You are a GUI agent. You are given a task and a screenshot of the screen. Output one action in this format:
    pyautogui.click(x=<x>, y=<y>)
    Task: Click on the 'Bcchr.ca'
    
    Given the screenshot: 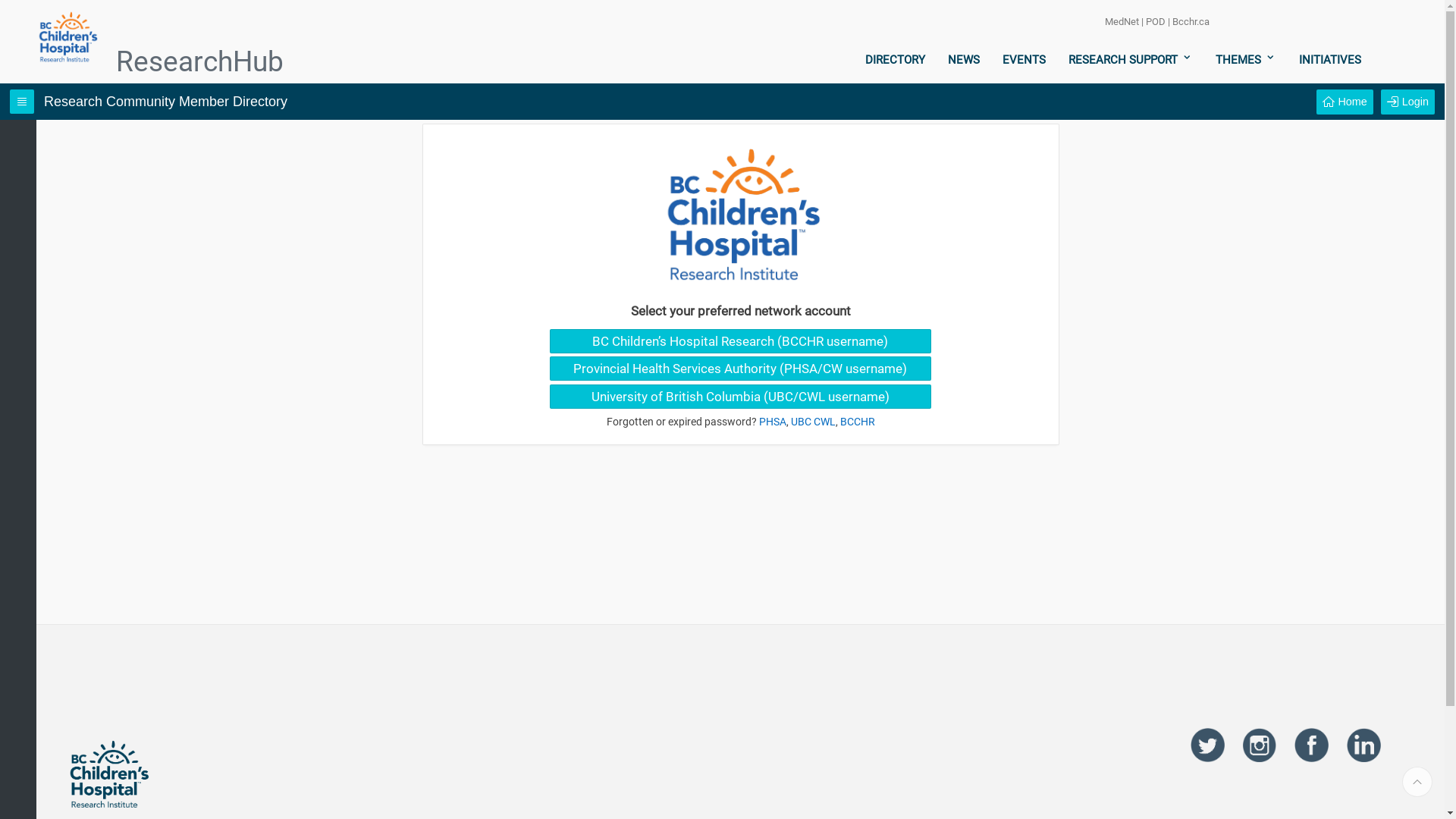 What is the action you would take?
    pyautogui.click(x=1190, y=21)
    